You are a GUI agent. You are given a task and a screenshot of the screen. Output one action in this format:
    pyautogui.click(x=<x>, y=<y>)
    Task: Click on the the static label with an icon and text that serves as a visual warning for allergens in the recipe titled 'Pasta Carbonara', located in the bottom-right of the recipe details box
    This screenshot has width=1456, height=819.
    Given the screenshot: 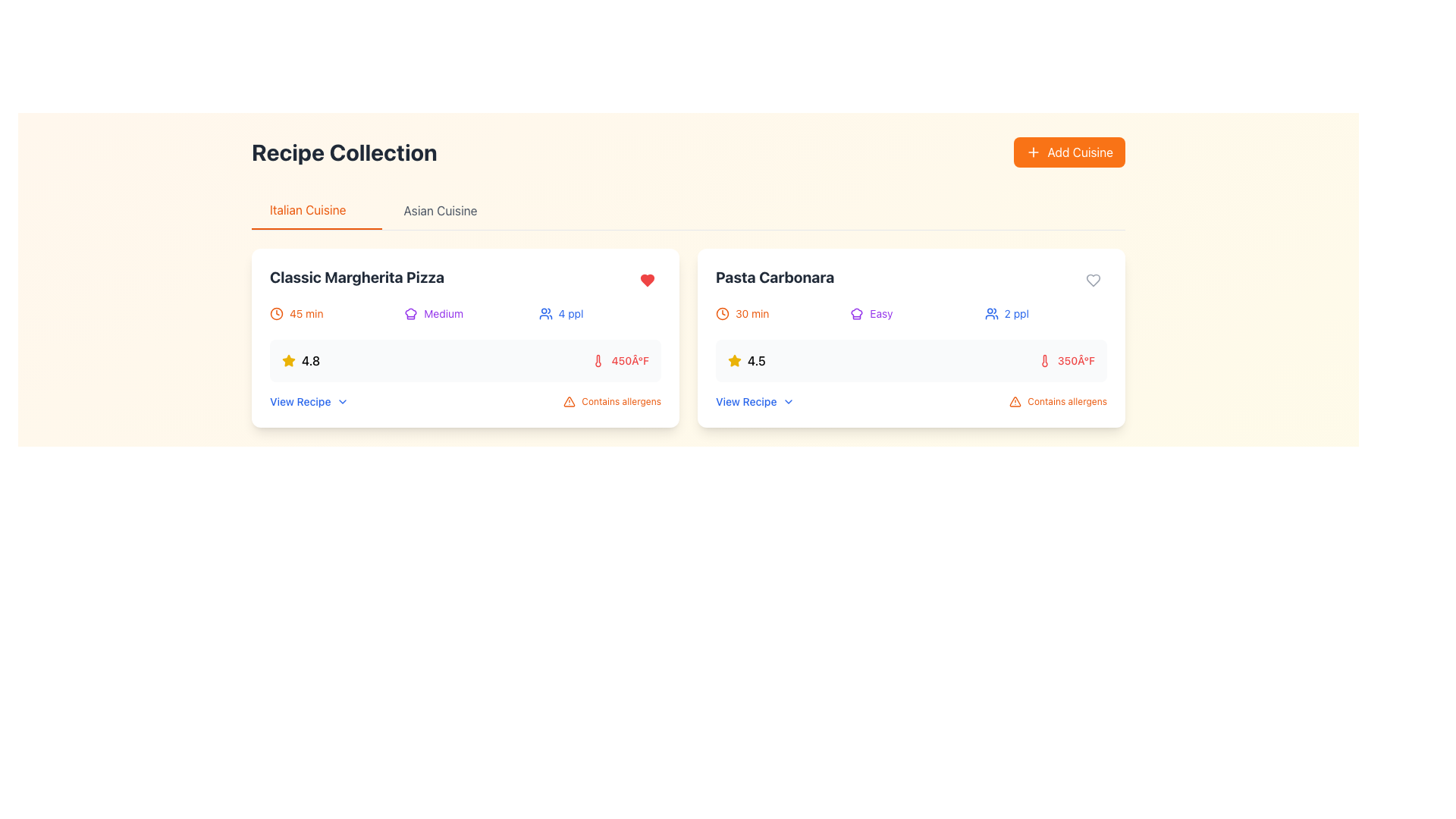 What is the action you would take?
    pyautogui.click(x=612, y=400)
    